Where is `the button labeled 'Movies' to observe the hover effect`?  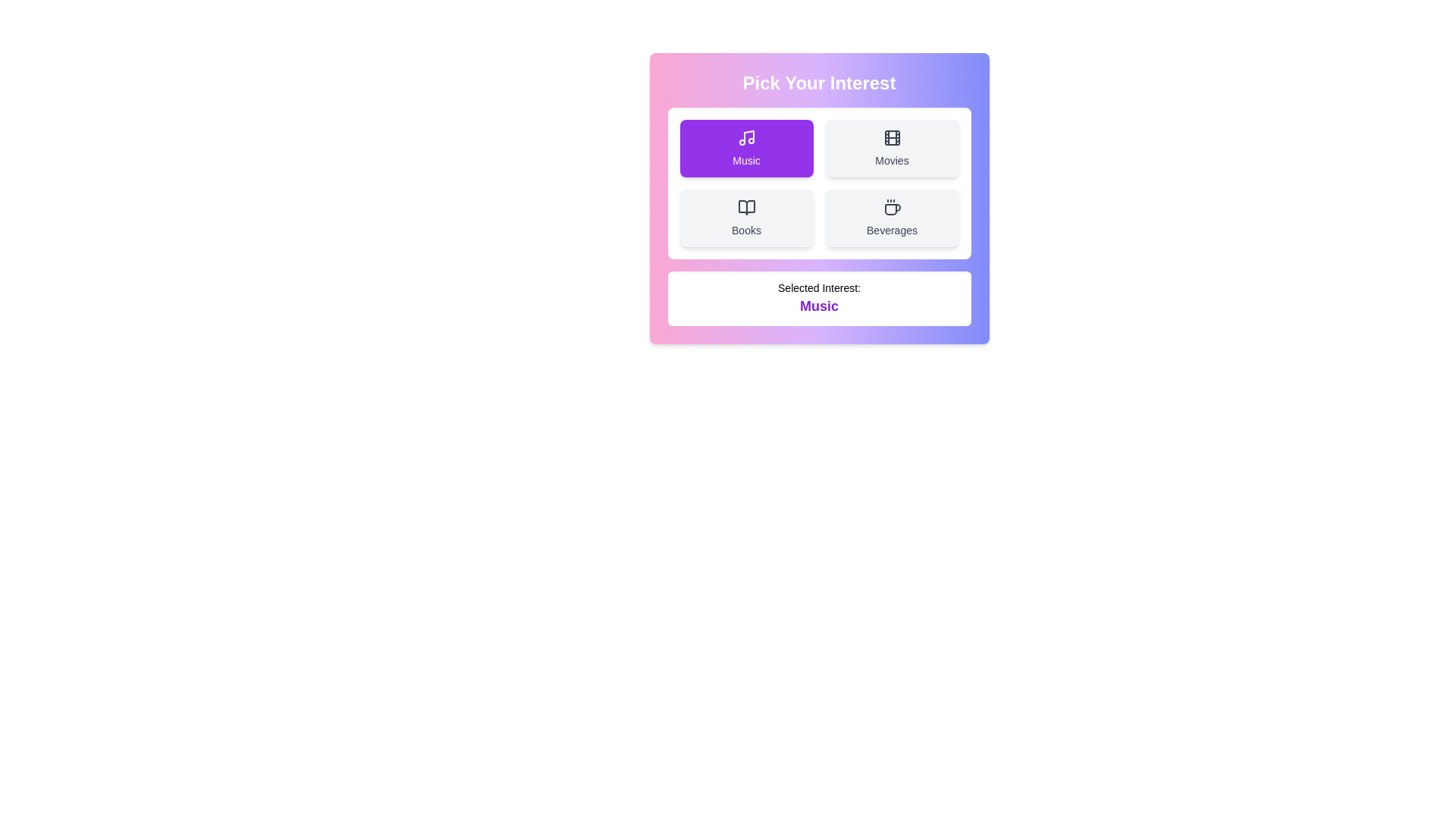 the button labeled 'Movies' to observe the hover effect is located at coordinates (892, 149).